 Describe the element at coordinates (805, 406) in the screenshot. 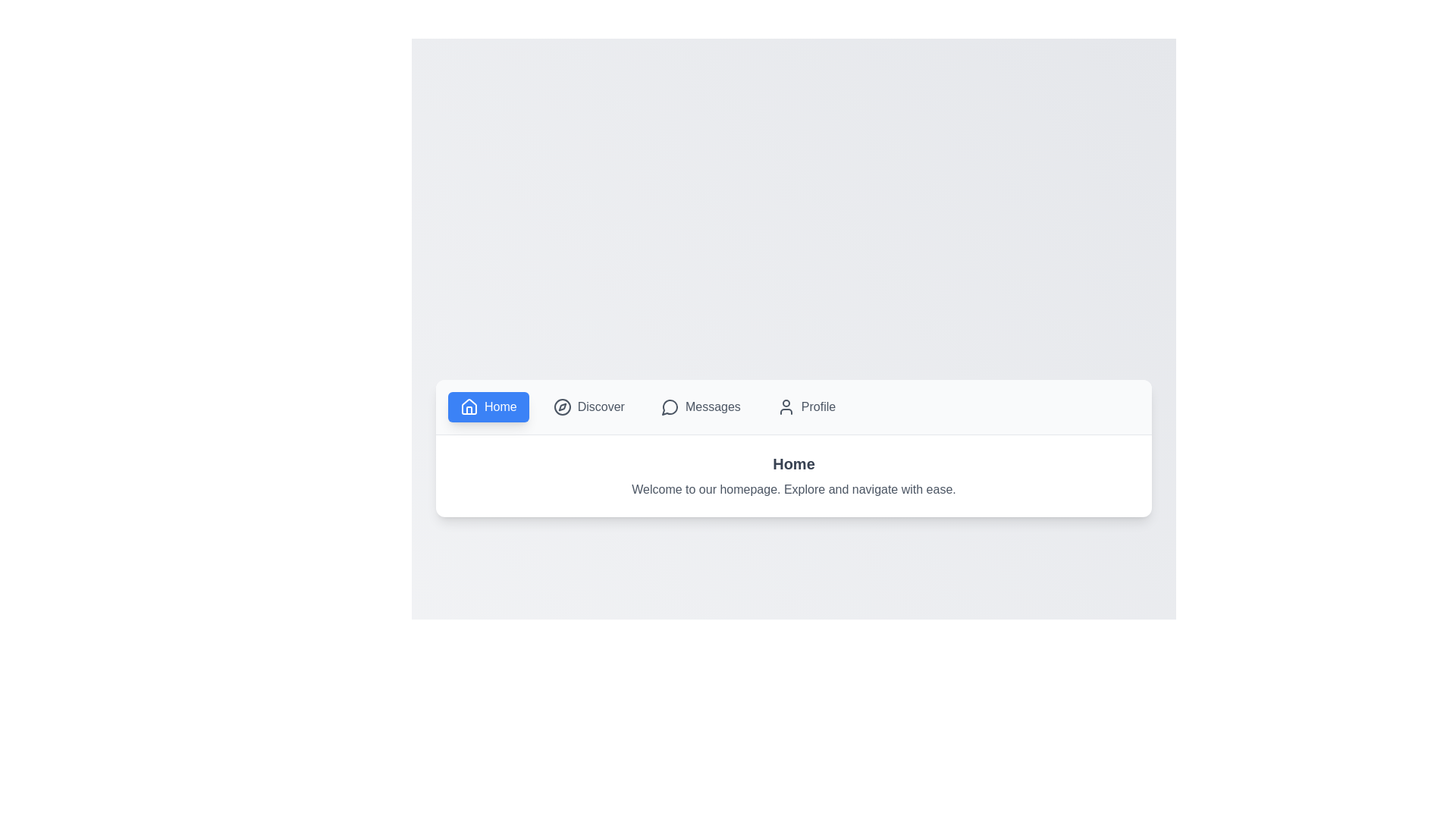

I see `the Profile tab to switch to it` at that location.